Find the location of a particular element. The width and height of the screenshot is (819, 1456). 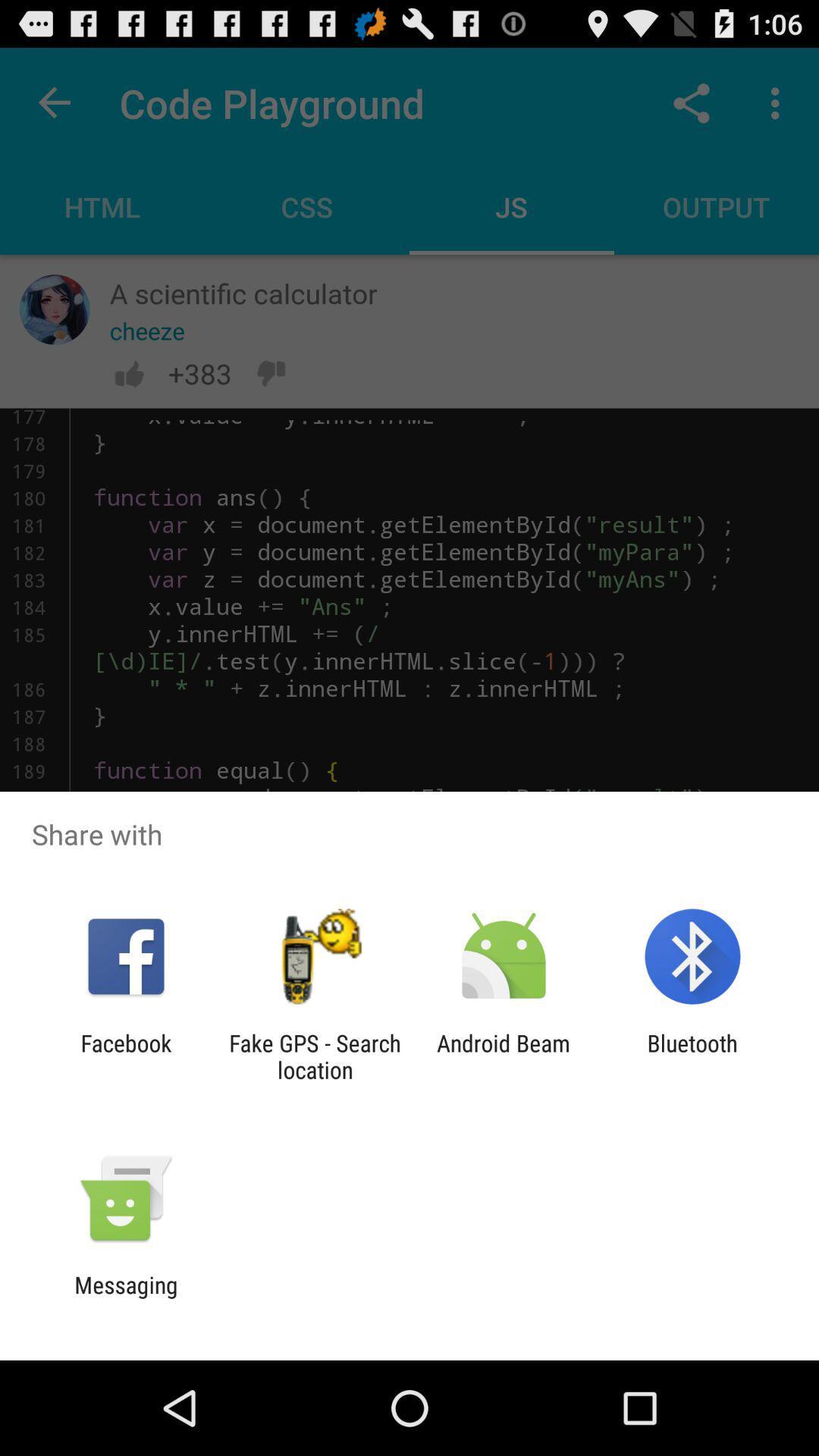

the item to the left of fake gps search icon is located at coordinates (125, 1056).